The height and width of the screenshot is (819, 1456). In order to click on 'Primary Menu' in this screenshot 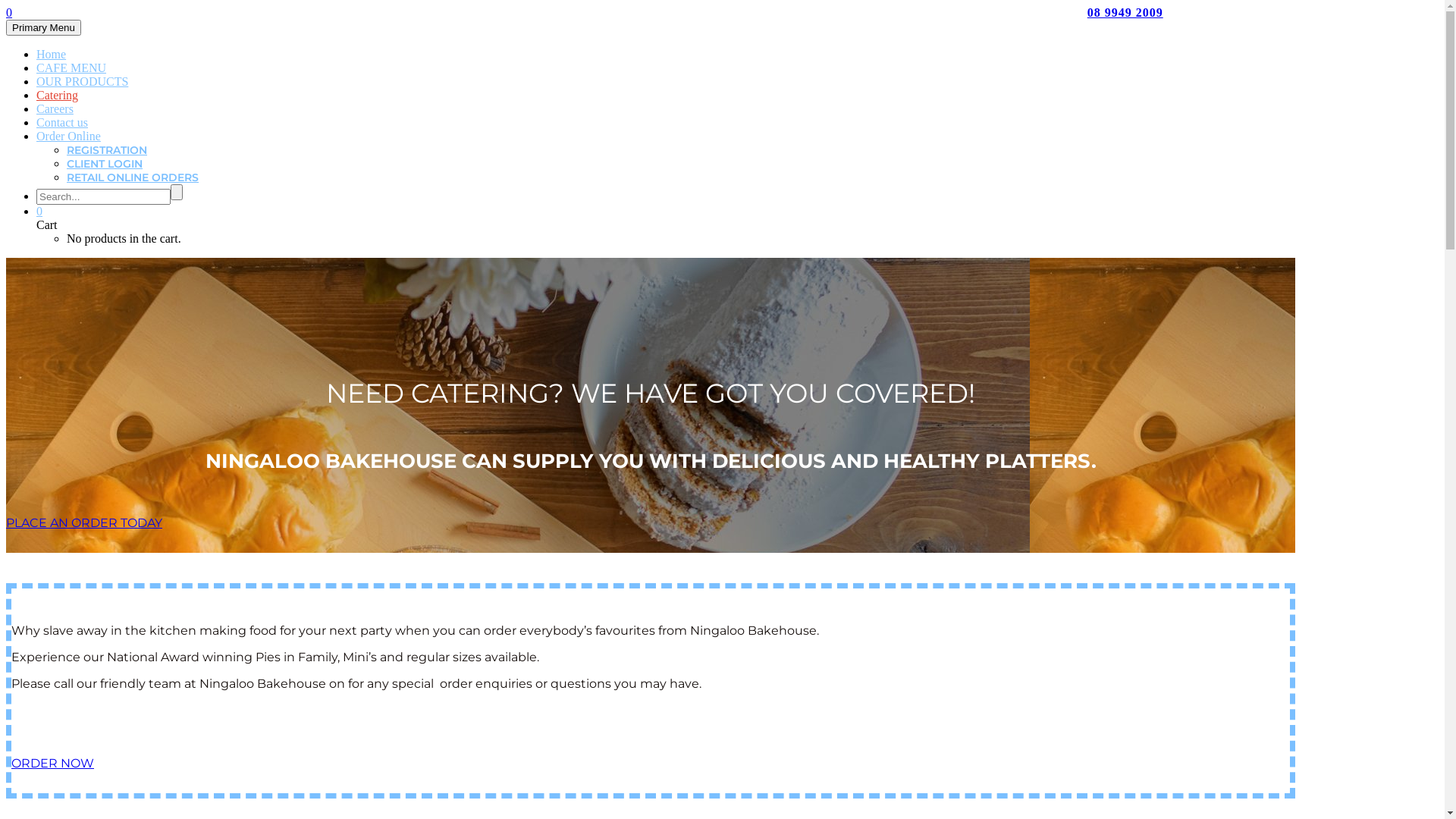, I will do `click(43, 27)`.